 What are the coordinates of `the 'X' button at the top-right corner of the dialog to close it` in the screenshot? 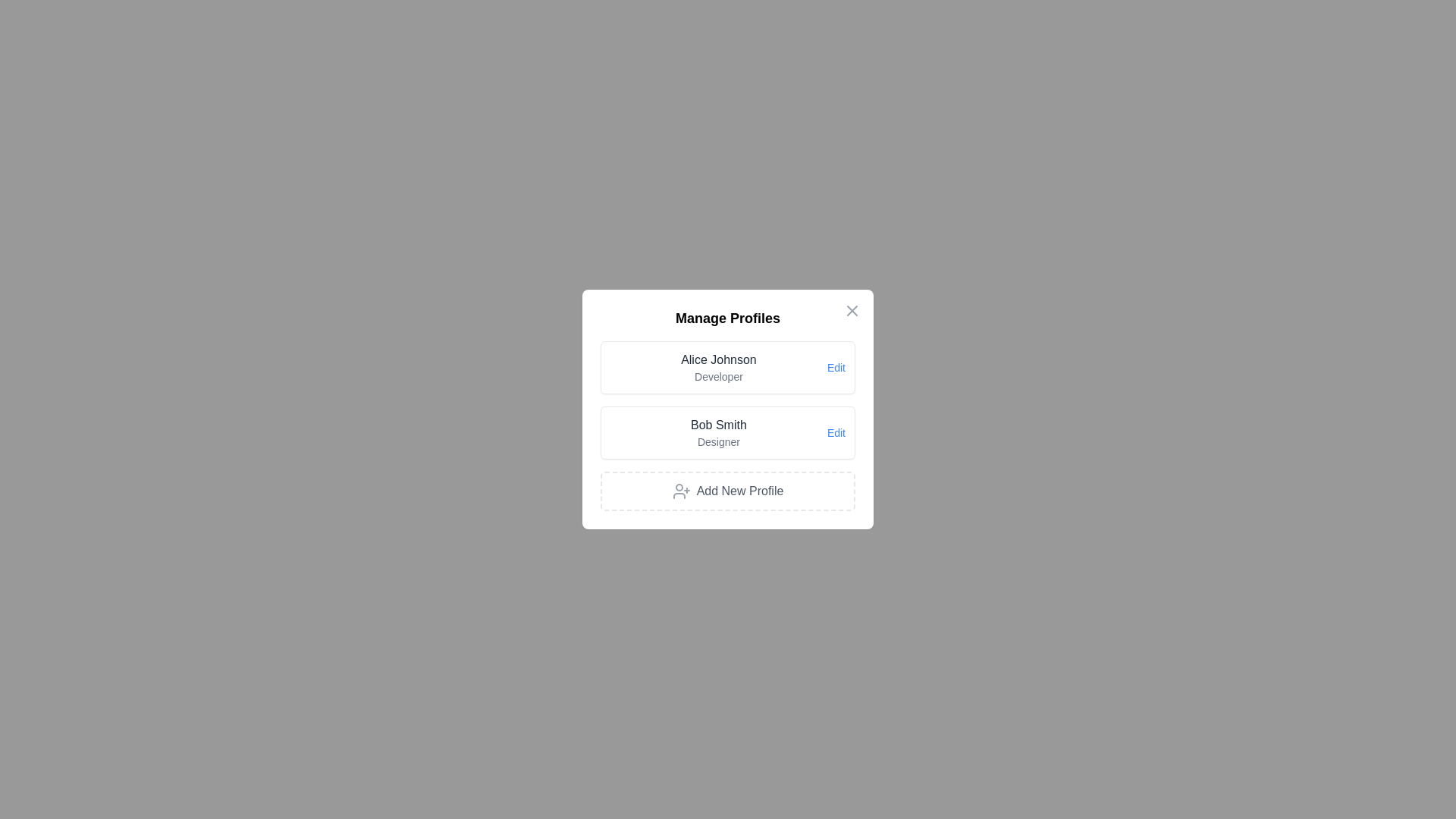 It's located at (852, 309).